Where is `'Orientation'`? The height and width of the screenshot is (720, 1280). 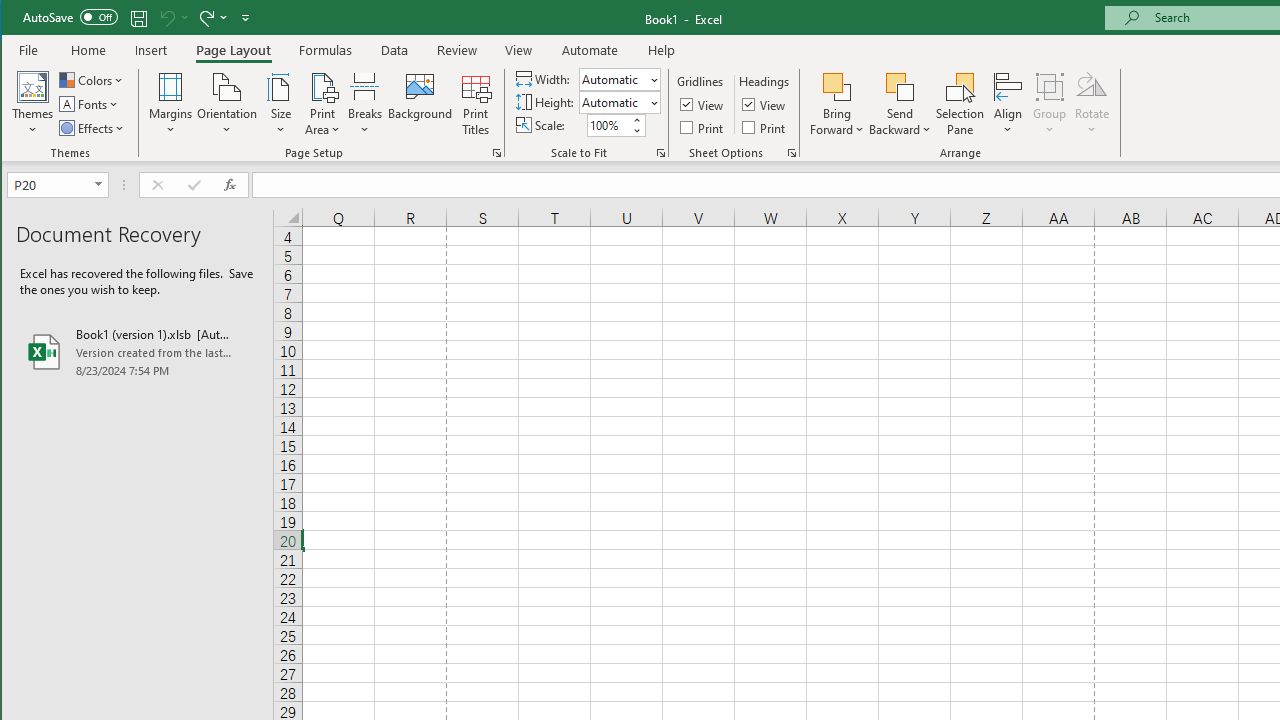 'Orientation' is located at coordinates (227, 104).